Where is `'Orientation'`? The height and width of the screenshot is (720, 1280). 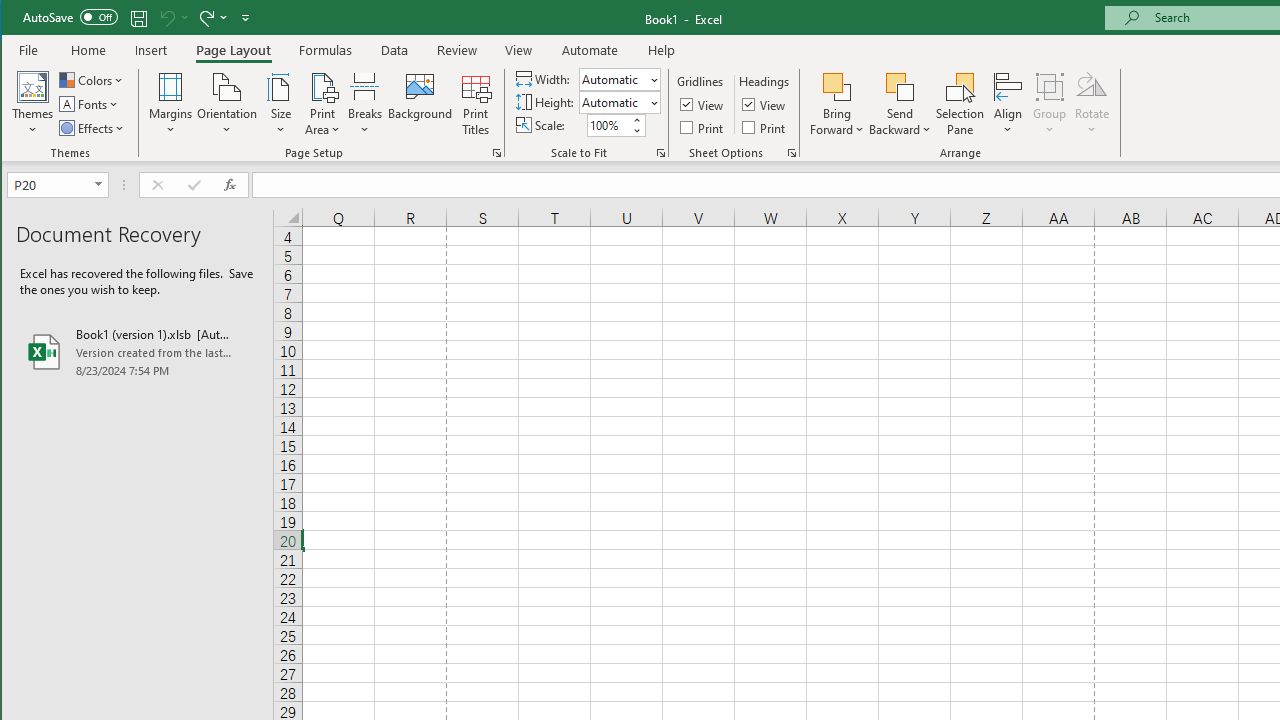 'Orientation' is located at coordinates (227, 104).